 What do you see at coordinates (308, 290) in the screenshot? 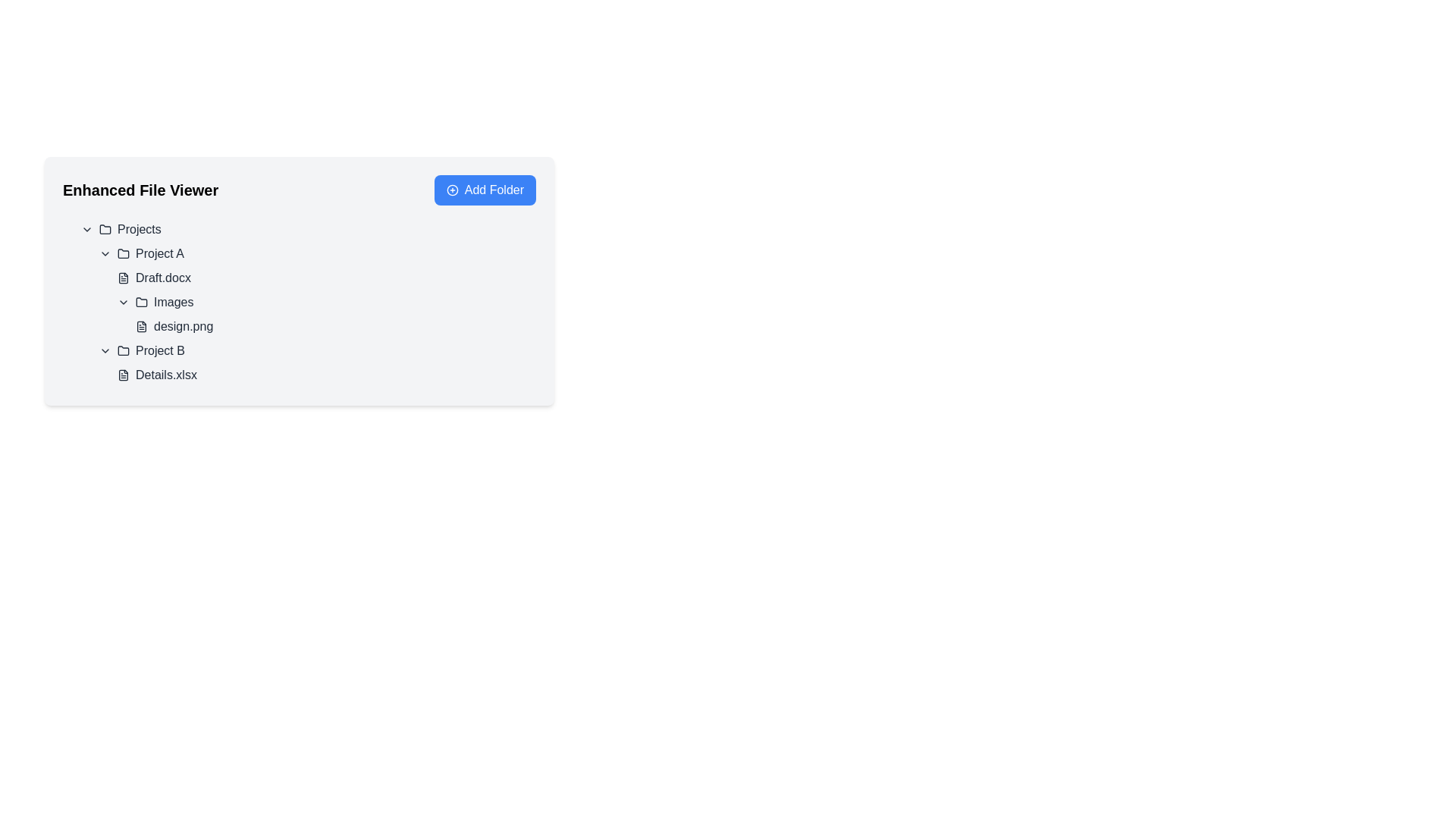
I see `the File or folder entry labeled 'Draft.docxImagesdesign.png' in the hierarchical file viewer` at bounding box center [308, 290].